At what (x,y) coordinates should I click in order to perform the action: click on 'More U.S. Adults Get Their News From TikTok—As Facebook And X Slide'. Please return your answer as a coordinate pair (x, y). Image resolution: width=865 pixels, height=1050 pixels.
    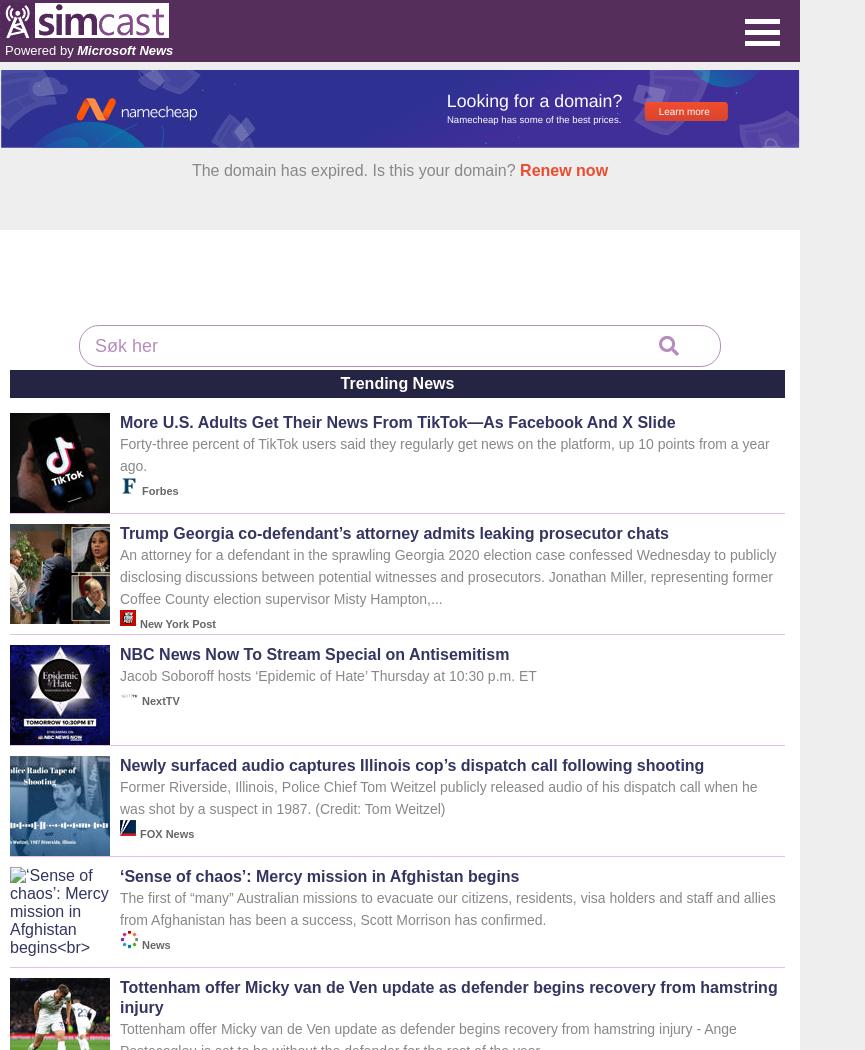
    Looking at the image, I should click on (397, 421).